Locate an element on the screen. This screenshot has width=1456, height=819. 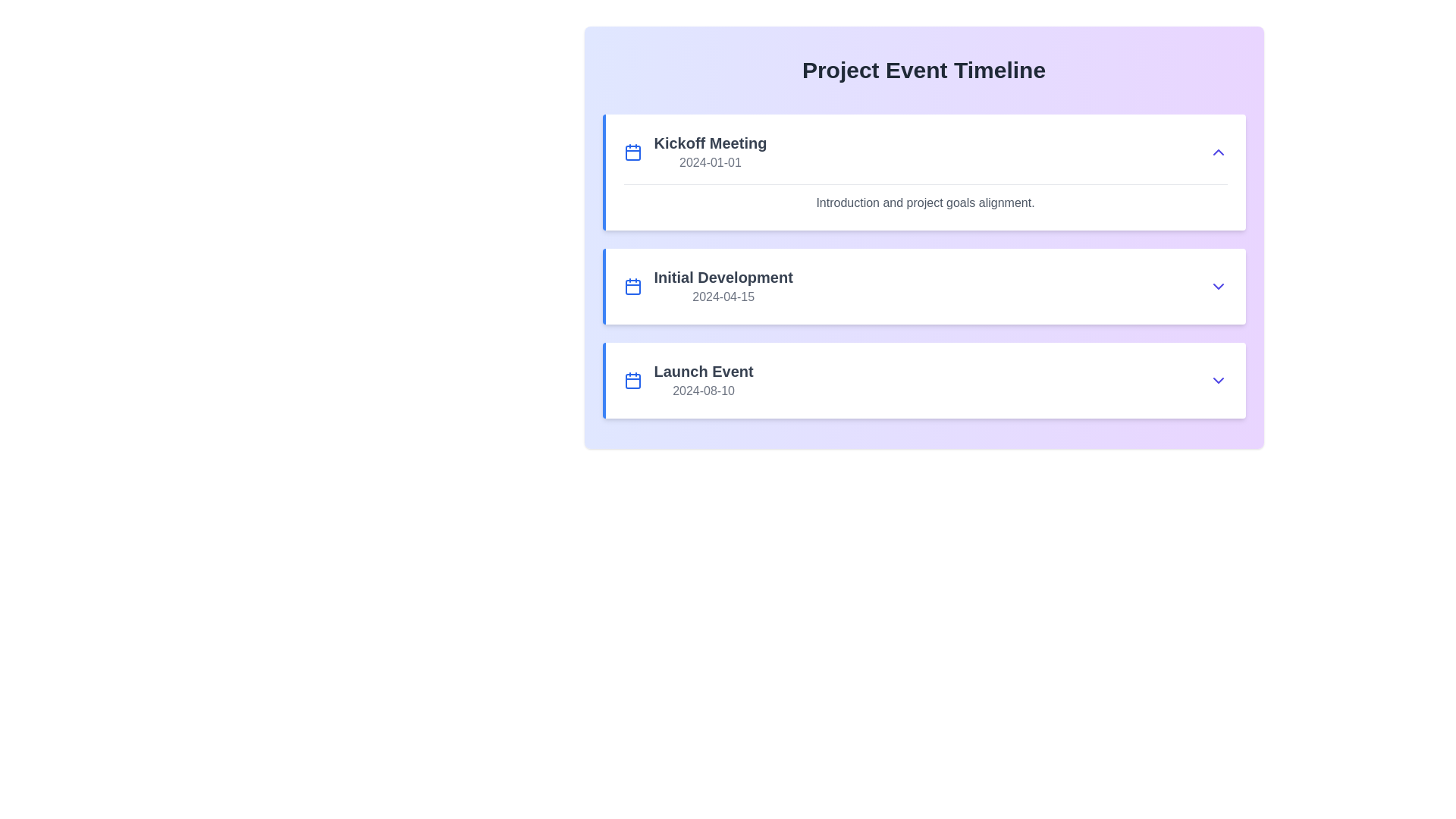
the 'Initial Development' text block is located at coordinates (723, 287).